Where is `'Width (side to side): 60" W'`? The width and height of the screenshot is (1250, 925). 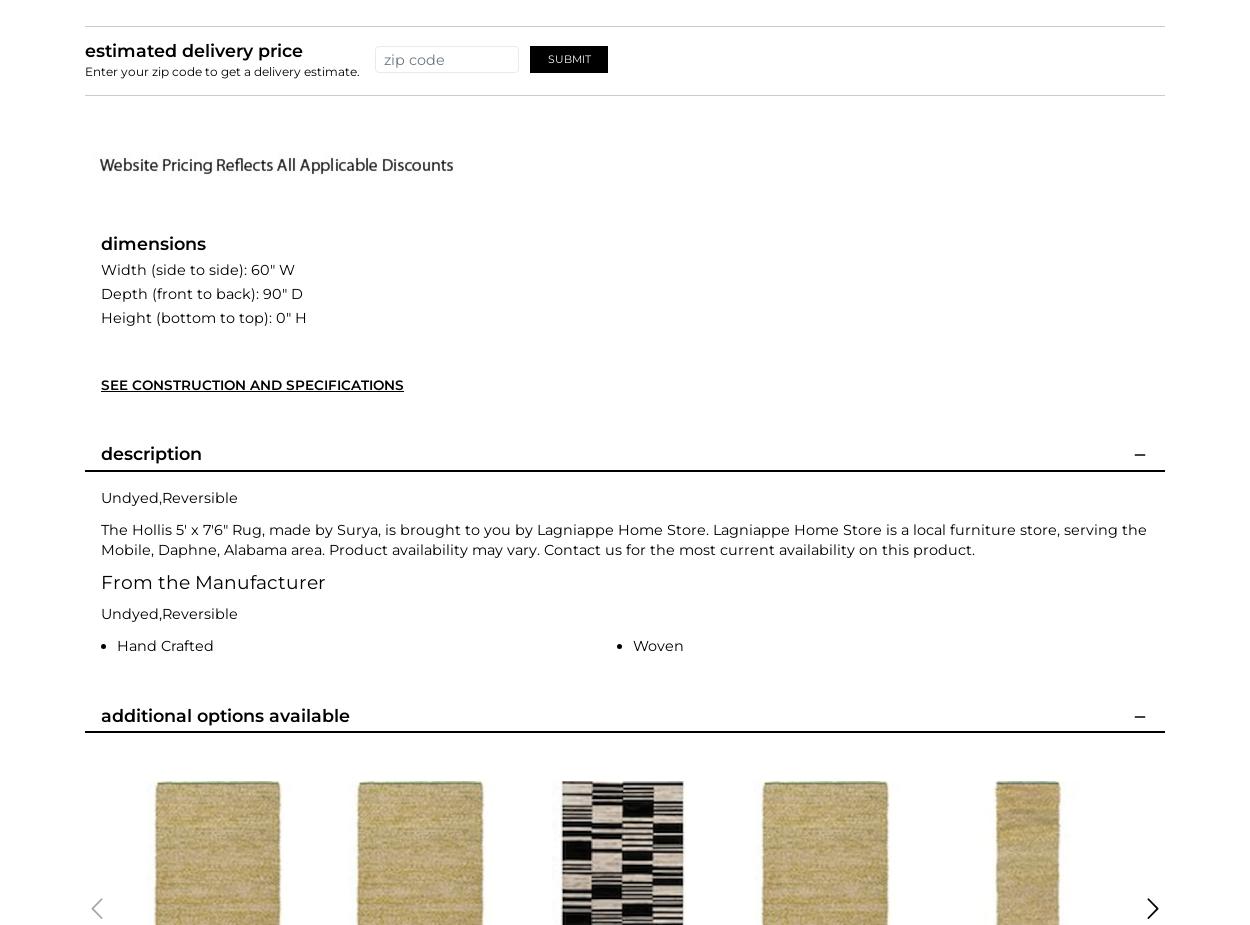
'Width (side to side): 60" W' is located at coordinates (197, 267).